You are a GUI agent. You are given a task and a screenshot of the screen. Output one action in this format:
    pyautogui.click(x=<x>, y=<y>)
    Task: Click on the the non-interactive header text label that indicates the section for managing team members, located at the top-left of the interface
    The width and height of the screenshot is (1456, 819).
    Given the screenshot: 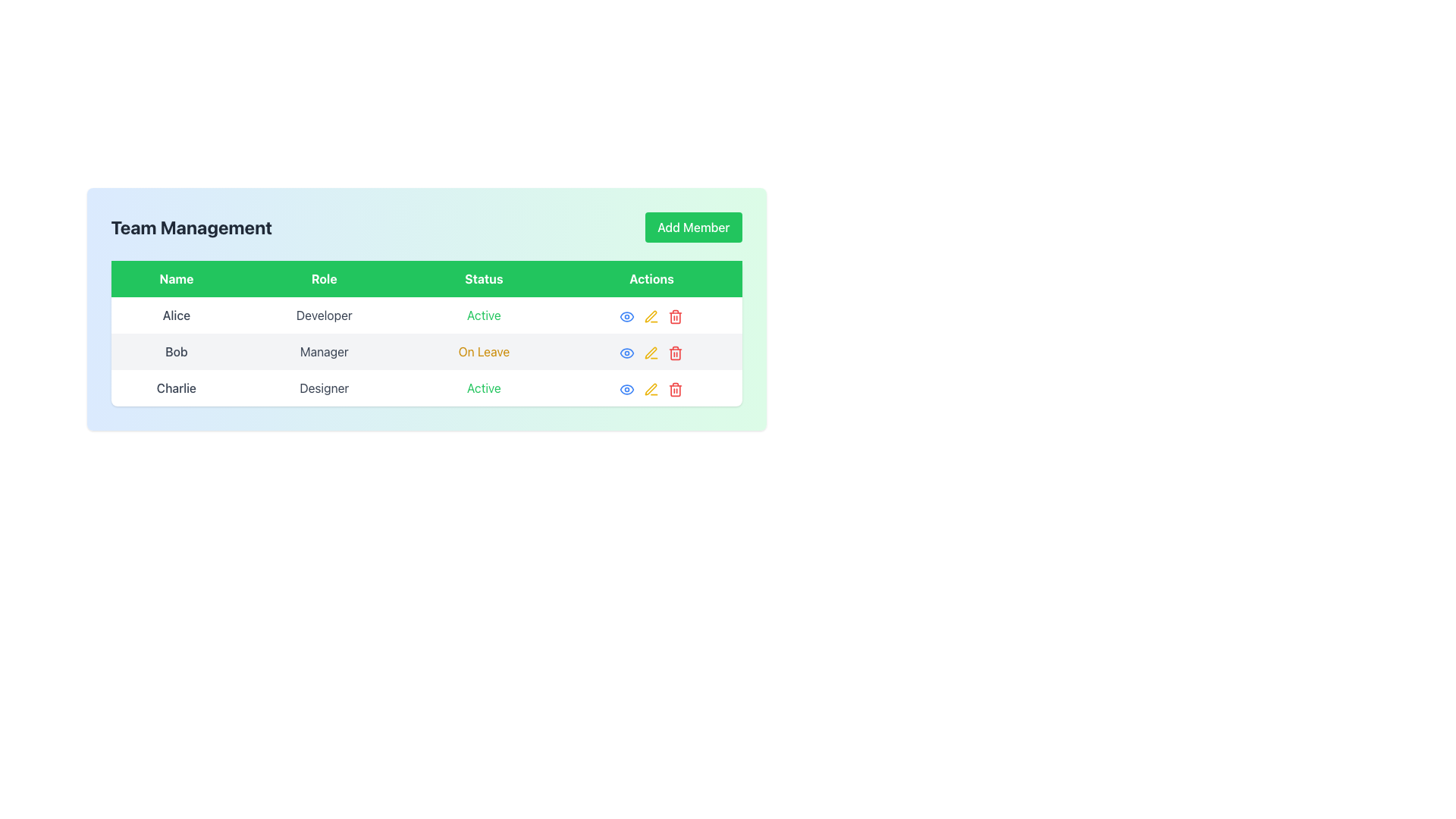 What is the action you would take?
    pyautogui.click(x=190, y=227)
    